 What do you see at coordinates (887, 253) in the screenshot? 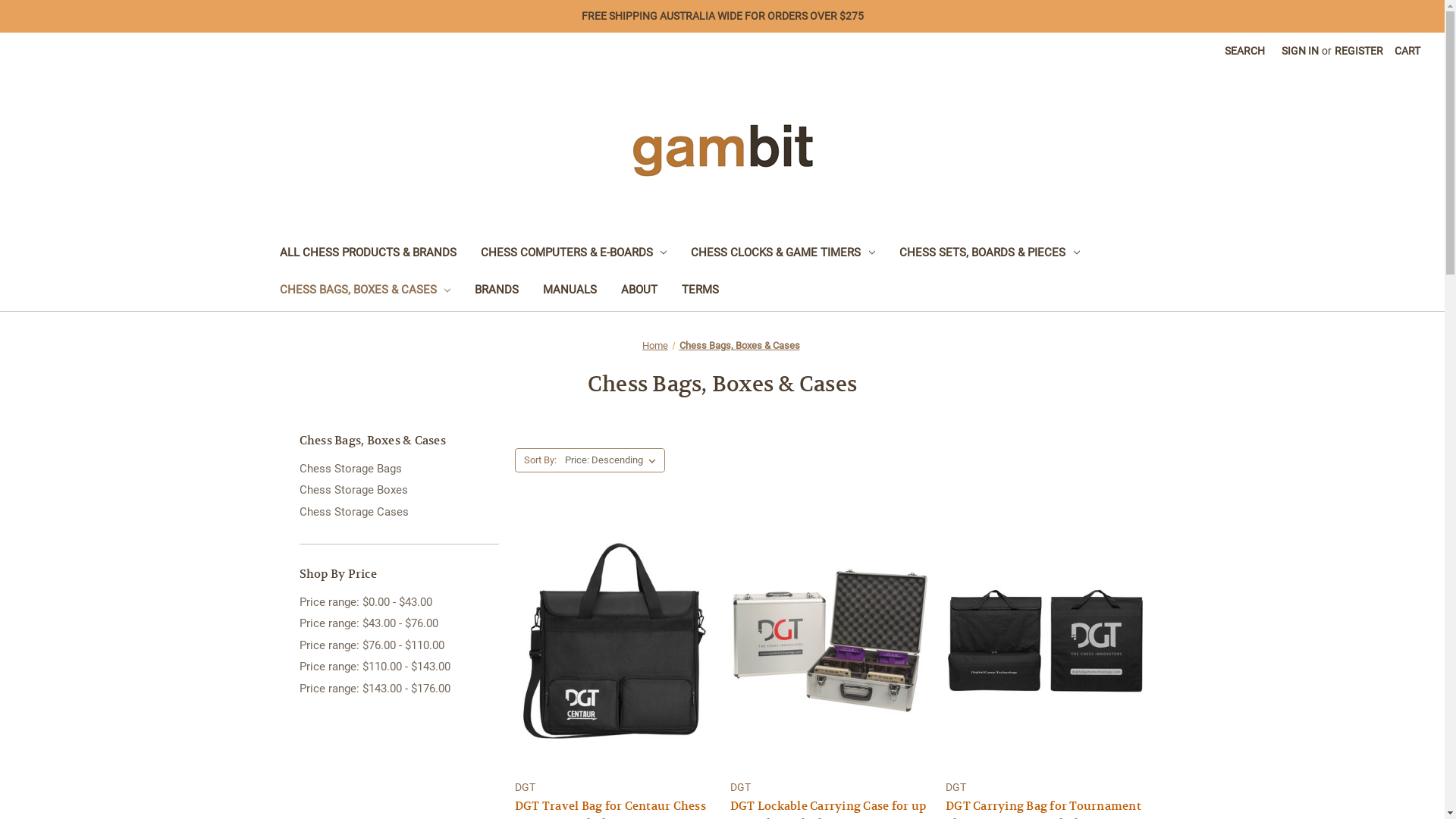
I see `'CHESS SETS, BOARDS & PIECES'` at bounding box center [887, 253].